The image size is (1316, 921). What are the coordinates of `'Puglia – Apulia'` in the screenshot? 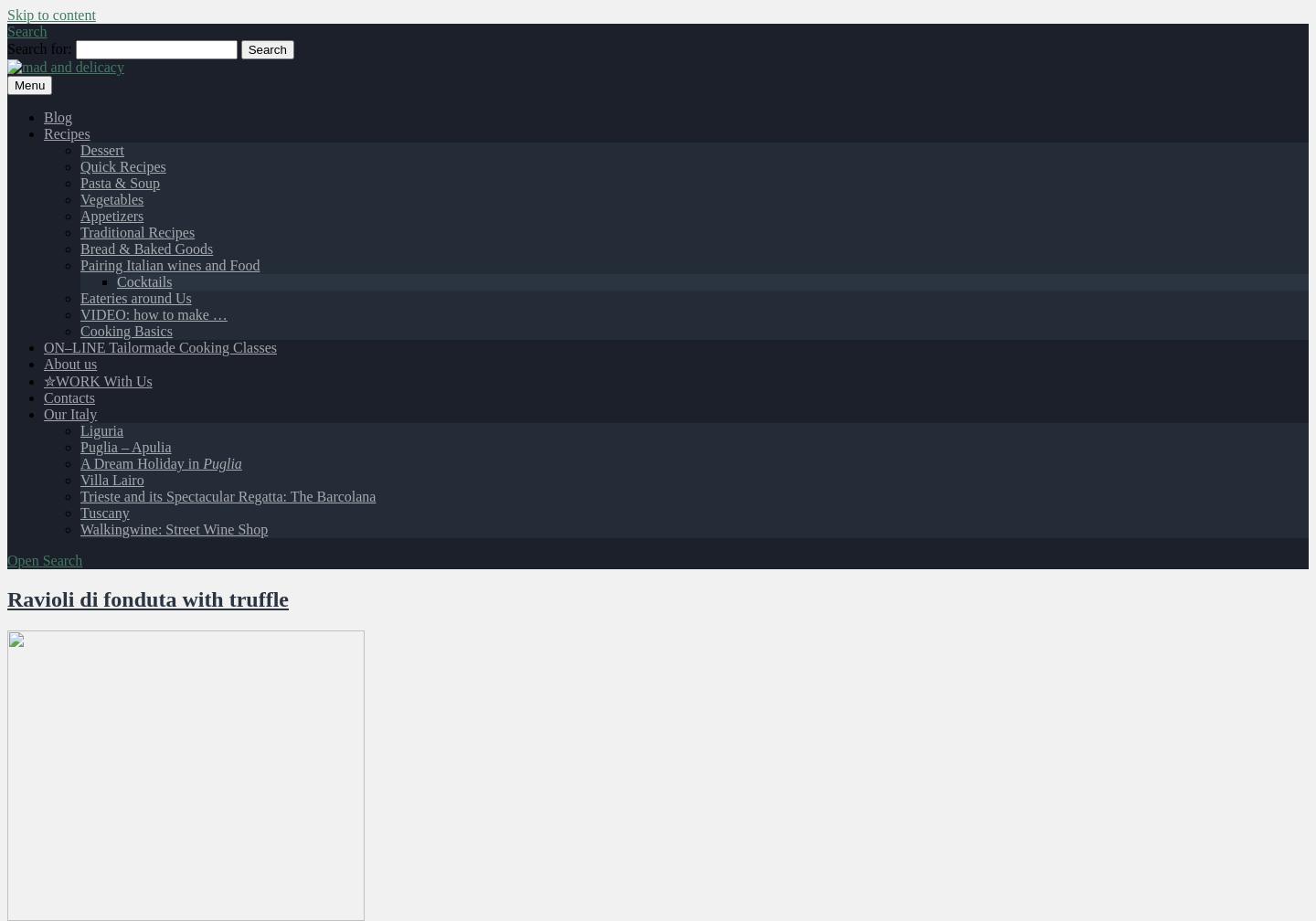 It's located at (124, 447).